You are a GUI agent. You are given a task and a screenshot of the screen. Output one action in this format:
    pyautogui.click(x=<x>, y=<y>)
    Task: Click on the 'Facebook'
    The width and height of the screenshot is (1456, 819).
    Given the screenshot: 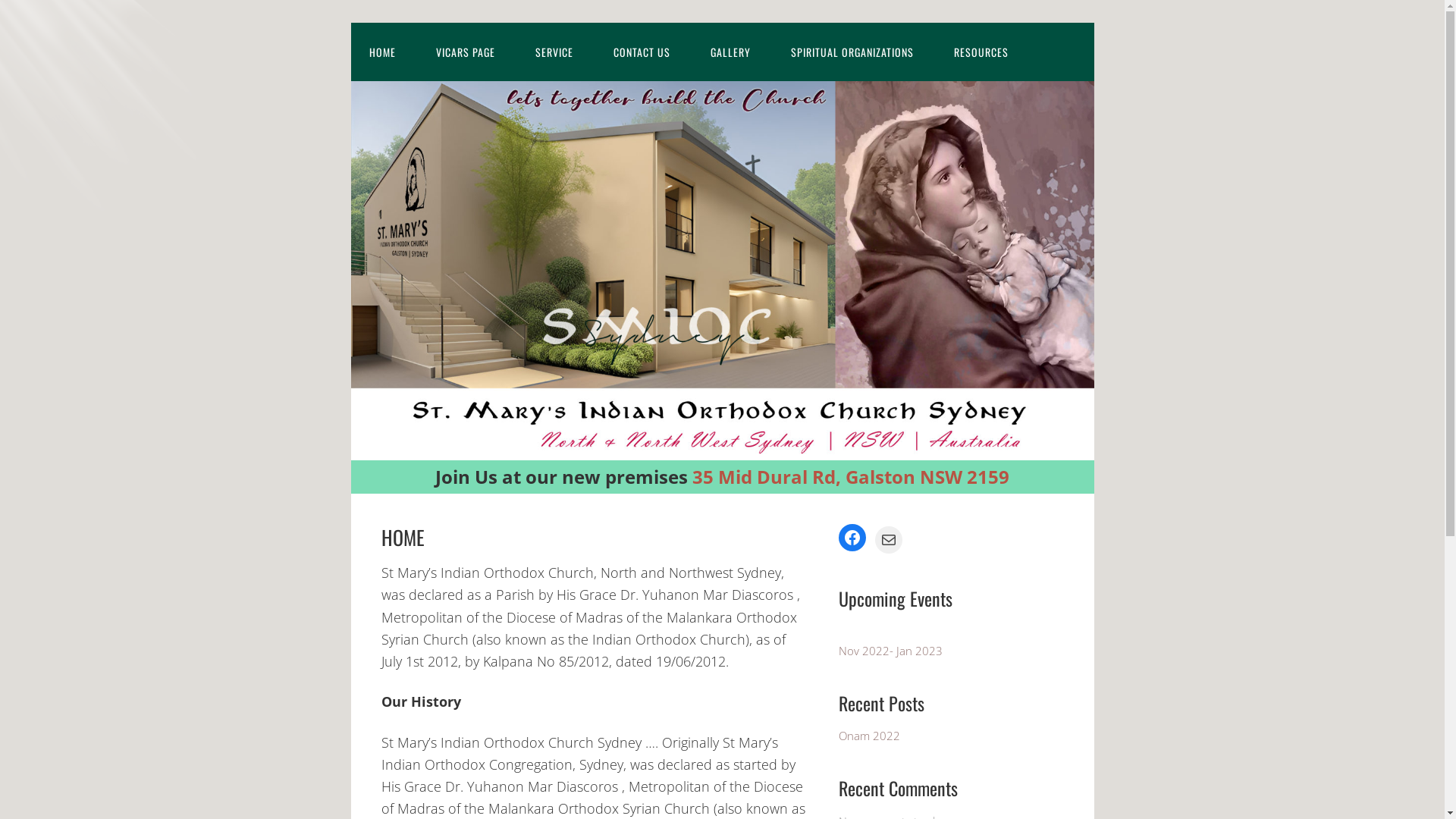 What is the action you would take?
    pyautogui.click(x=852, y=537)
    